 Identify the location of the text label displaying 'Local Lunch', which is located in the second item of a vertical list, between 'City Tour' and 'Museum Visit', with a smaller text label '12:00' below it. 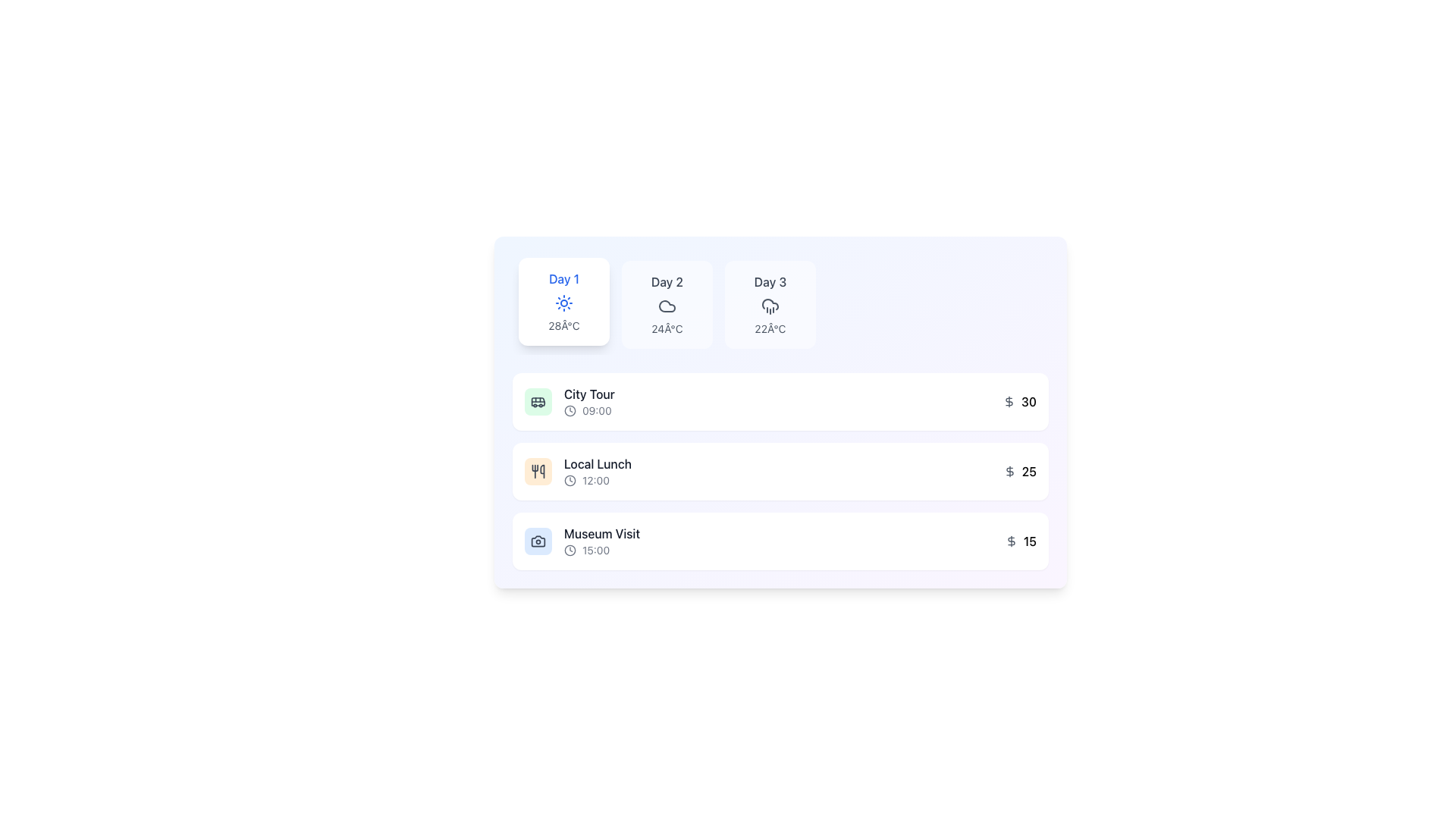
(597, 463).